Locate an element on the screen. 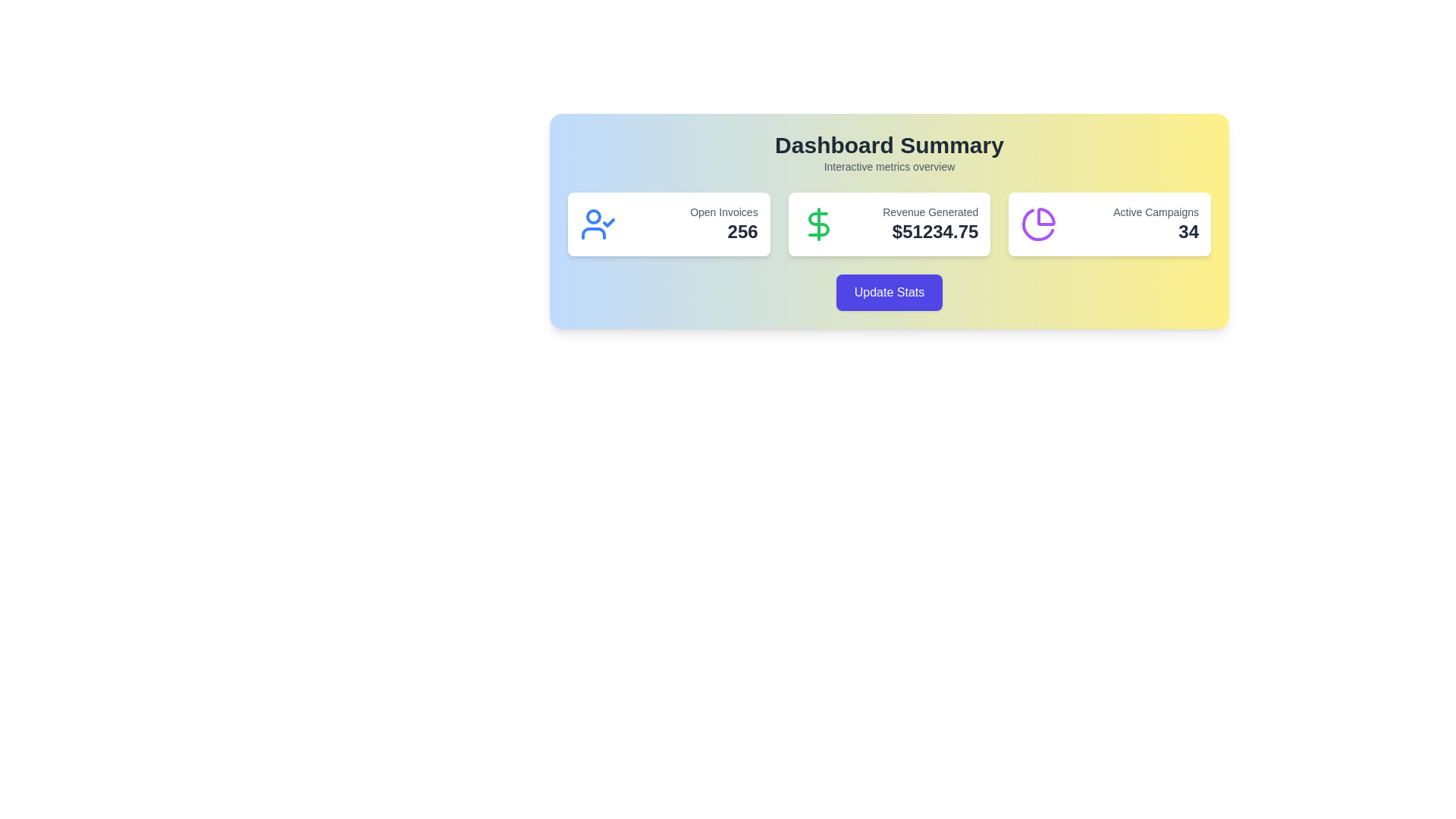  the Text Block that serves as the title and subtitle for the dashboard card, located at the top inside the card, horizontally centered and positioned above other elements like 'Open Invoices', 'Revenue Generated', and 'Active Campaigns' is located at coordinates (889, 152).